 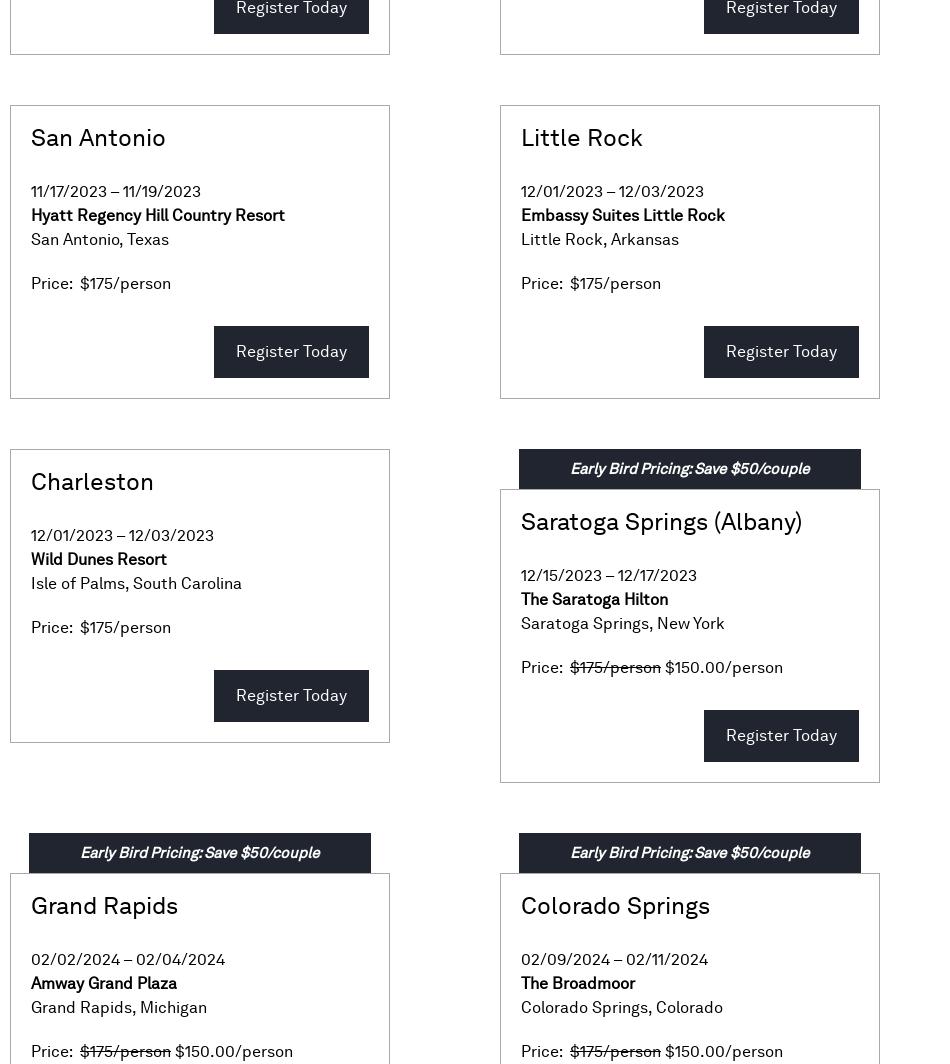 What do you see at coordinates (98, 559) in the screenshot?
I see `'Wild Dunes Resort'` at bounding box center [98, 559].